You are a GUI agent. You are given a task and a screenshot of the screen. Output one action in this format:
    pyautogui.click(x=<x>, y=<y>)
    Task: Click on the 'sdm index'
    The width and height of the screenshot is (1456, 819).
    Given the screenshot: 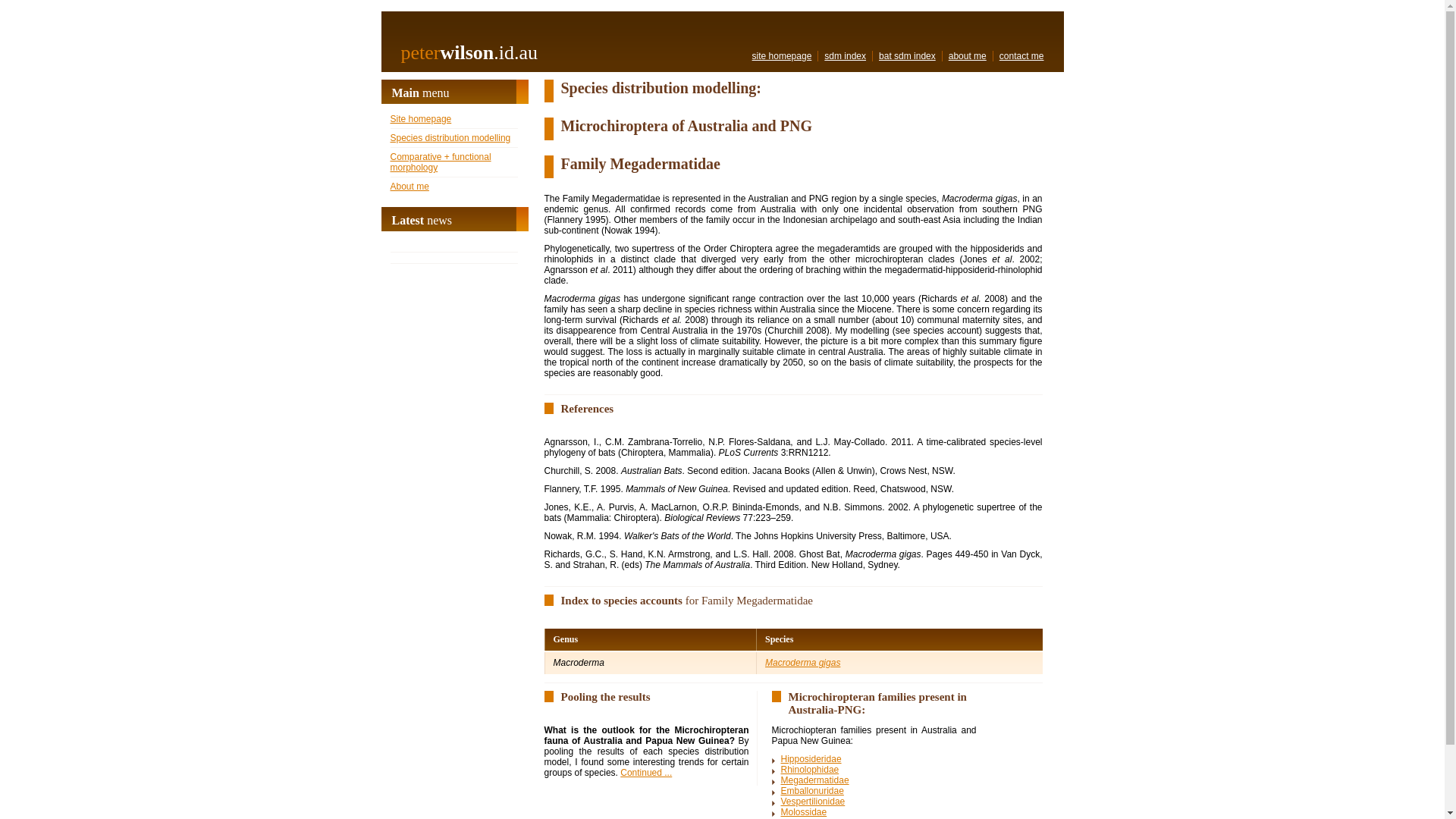 What is the action you would take?
    pyautogui.click(x=844, y=55)
    